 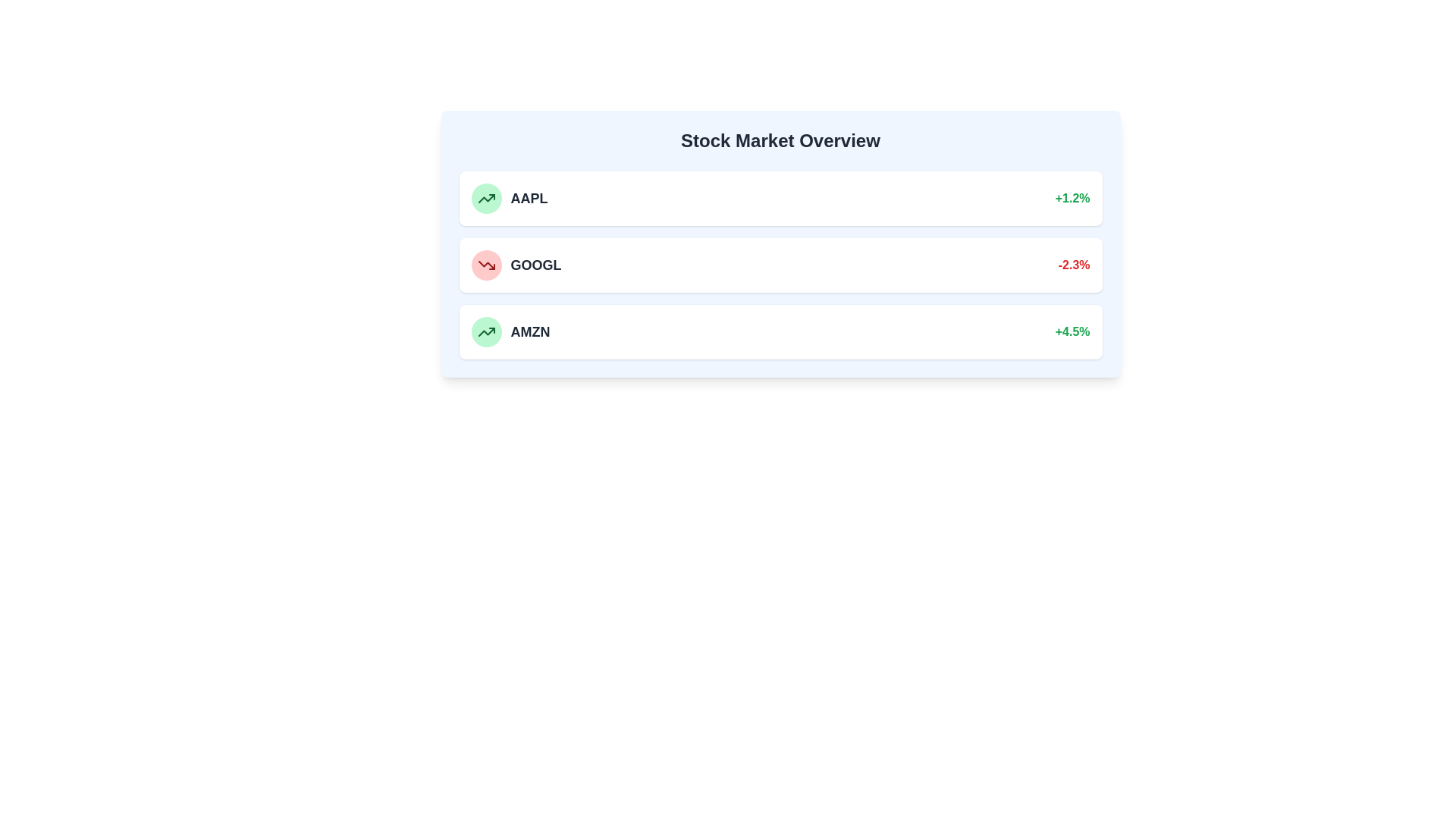 What do you see at coordinates (780, 198) in the screenshot?
I see `the stock entry for AAPL` at bounding box center [780, 198].